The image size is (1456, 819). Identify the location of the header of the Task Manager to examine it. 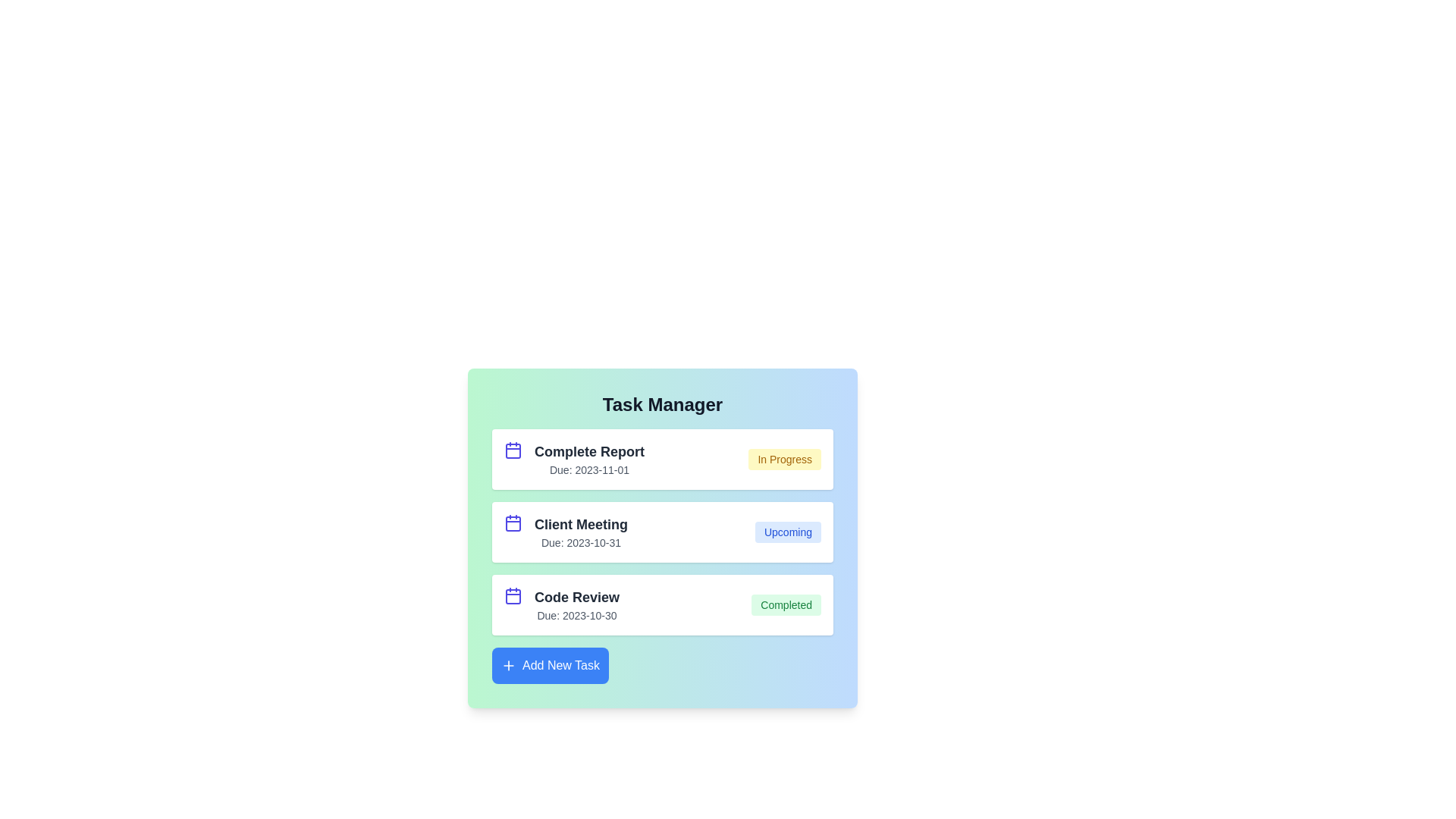
(662, 403).